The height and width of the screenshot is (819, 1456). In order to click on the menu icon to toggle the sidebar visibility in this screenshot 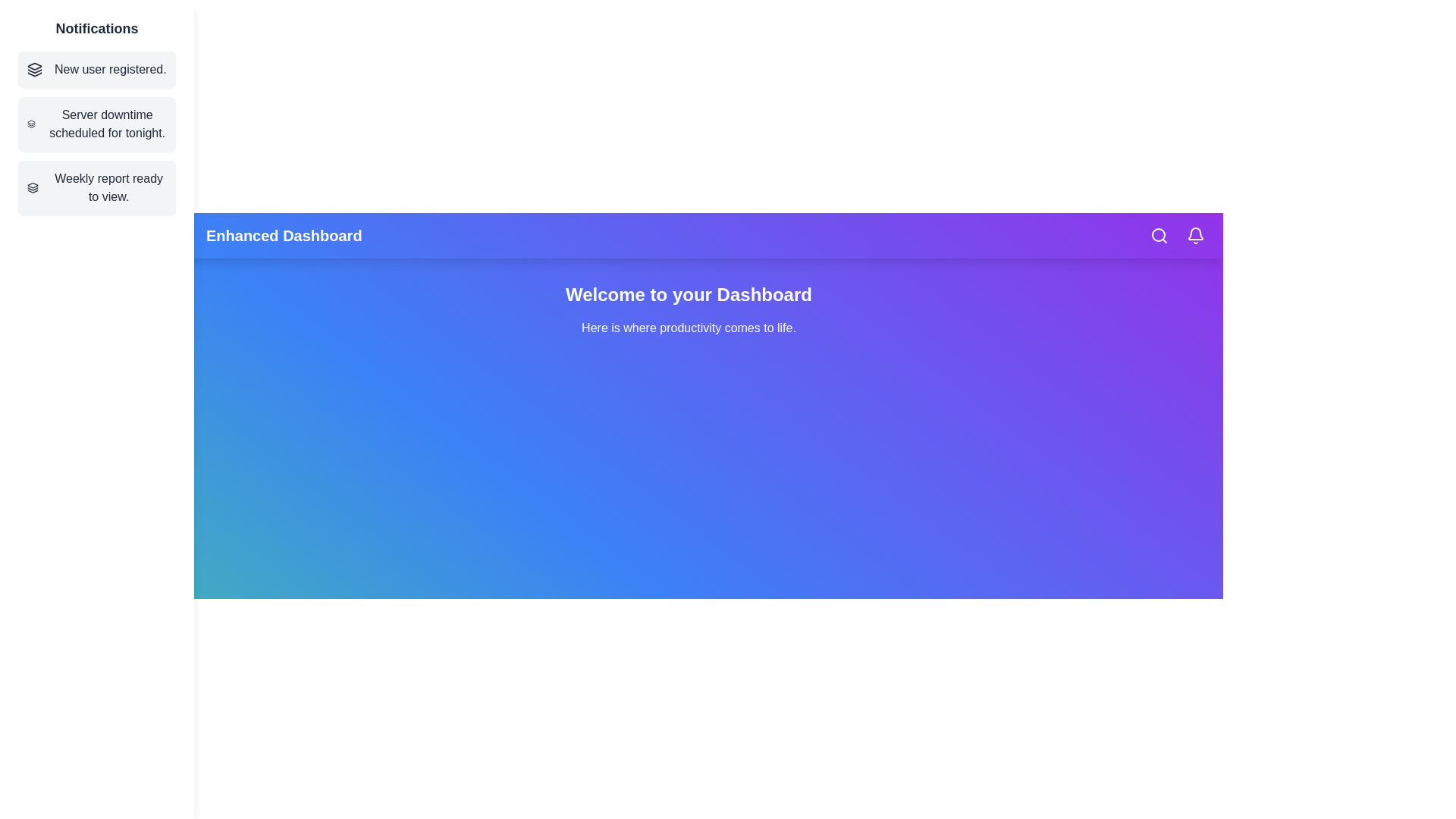, I will do `click(182, 236)`.